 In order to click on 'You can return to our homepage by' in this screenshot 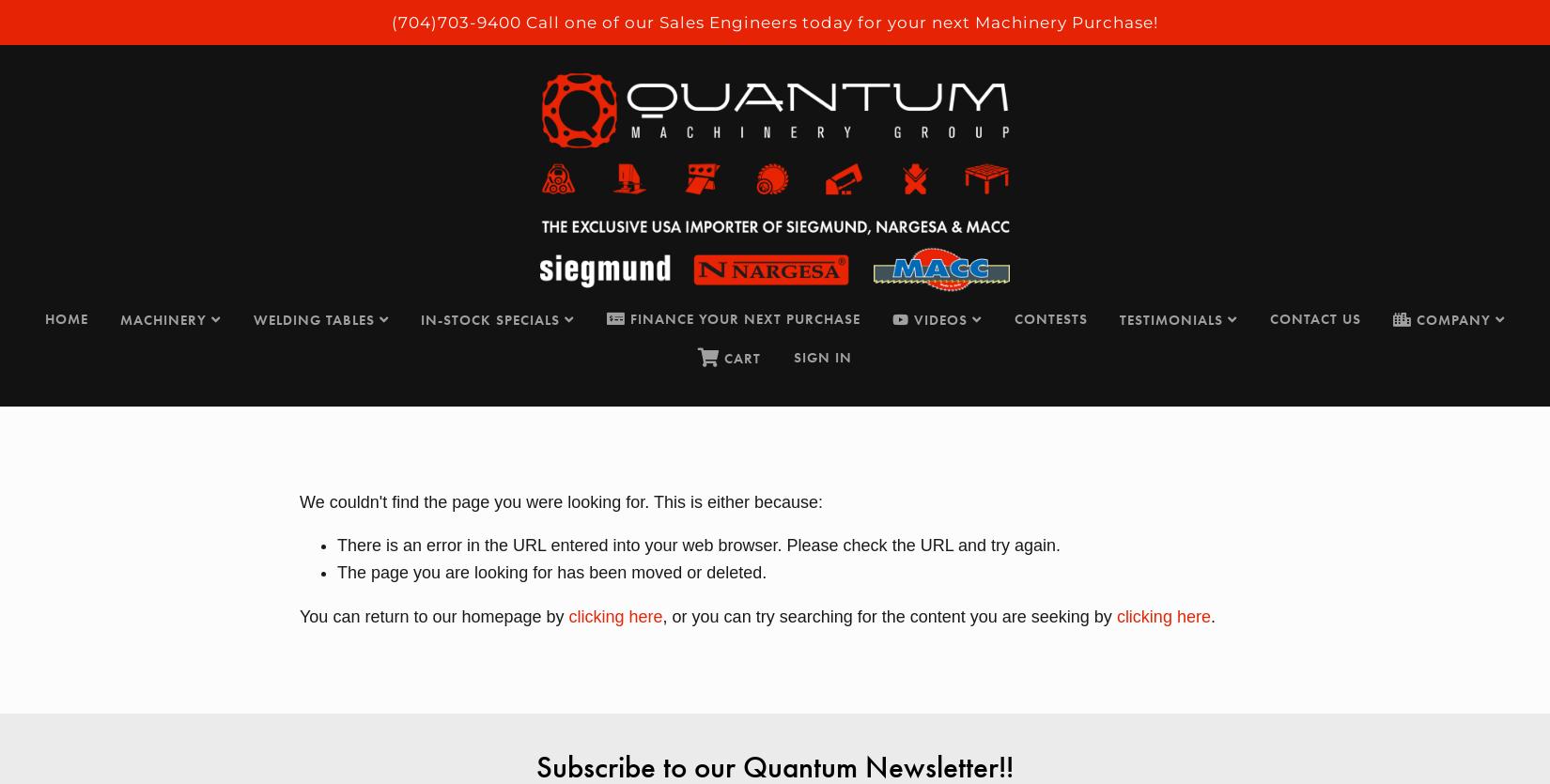, I will do `click(433, 614)`.